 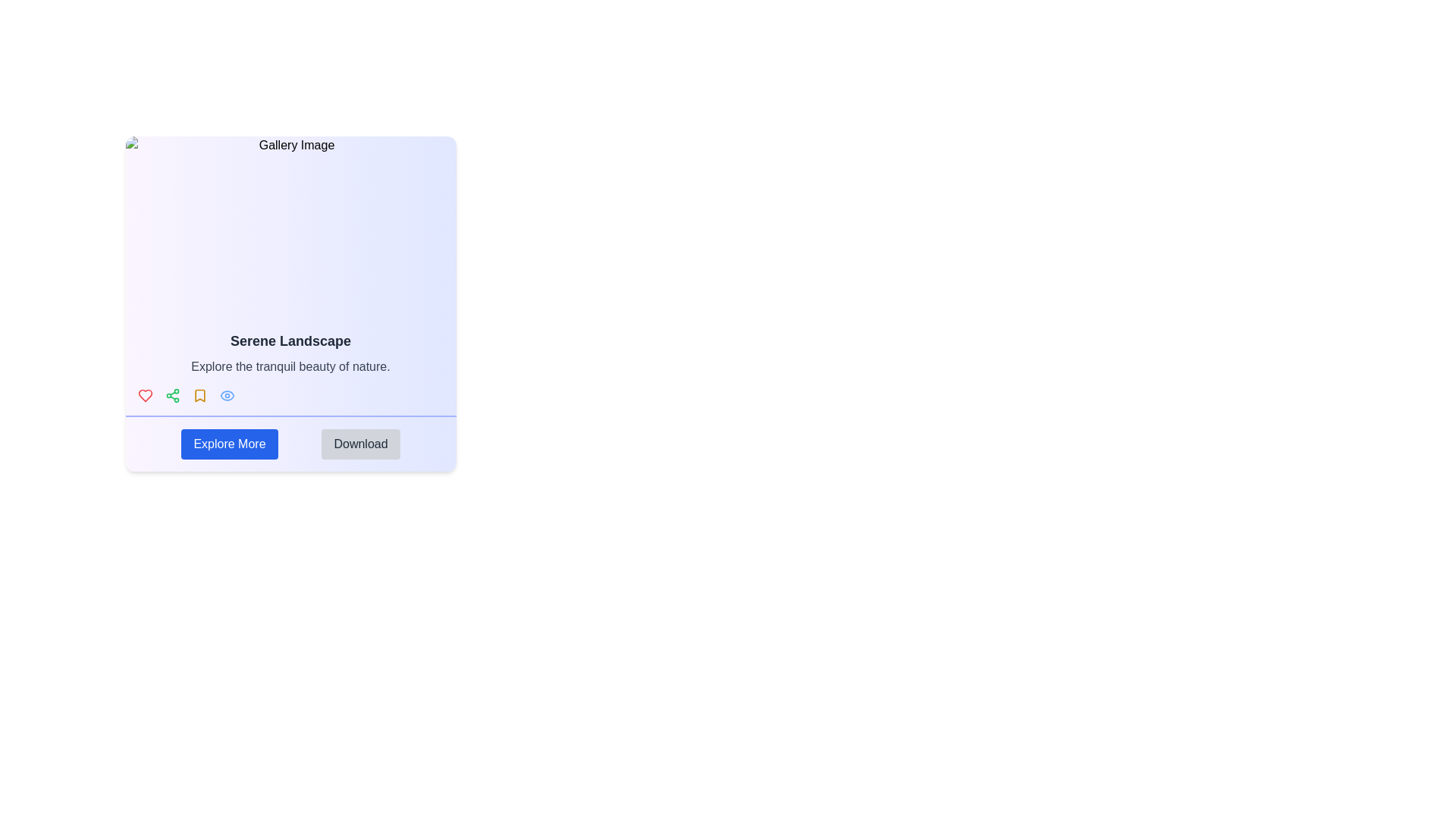 I want to click on one of the action icons in the Action Bar located above the 'Explore More' and 'Download' buttons in the content card, so click(x=290, y=394).